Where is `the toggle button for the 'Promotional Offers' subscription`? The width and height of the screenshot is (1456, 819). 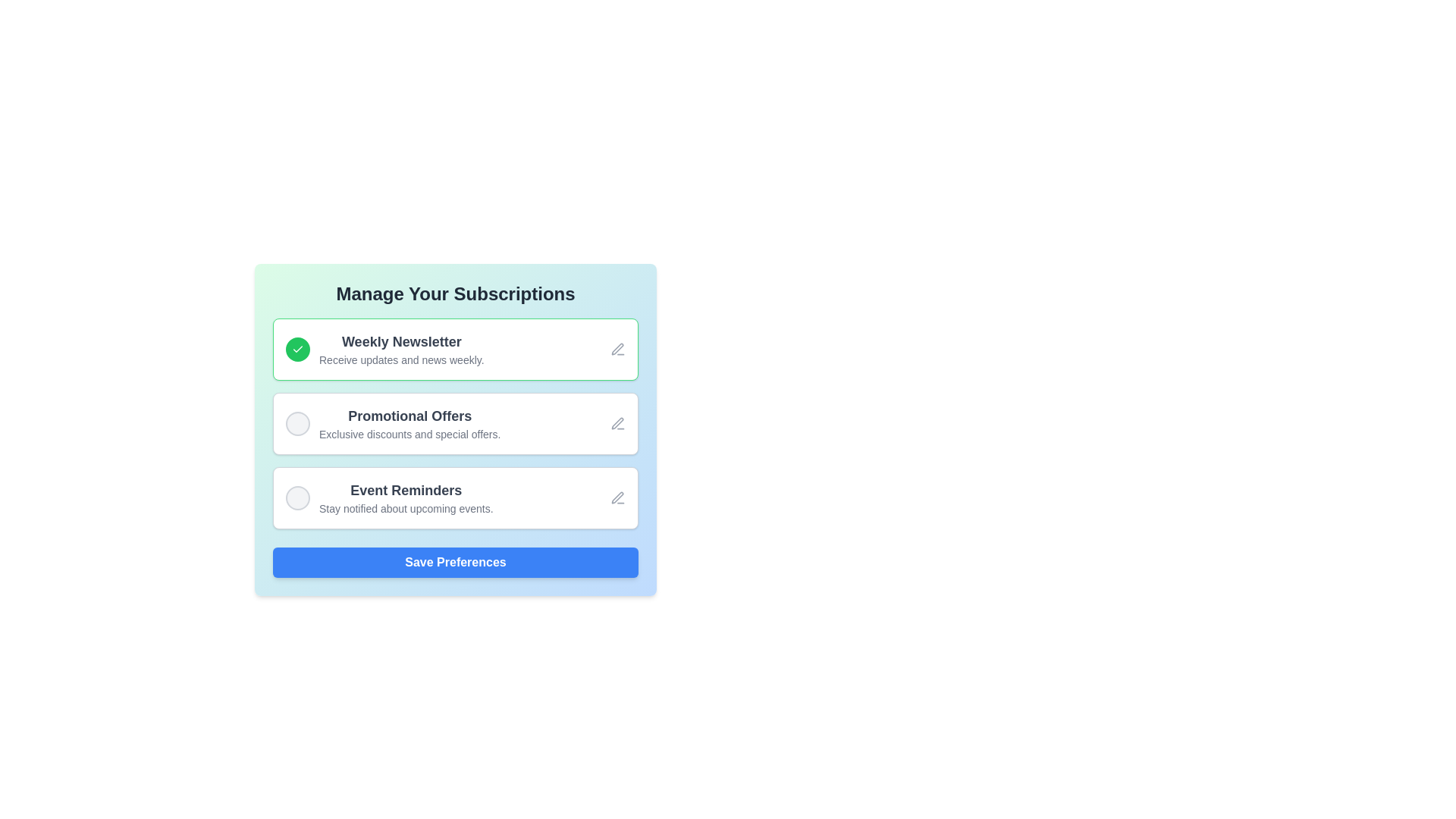 the toggle button for the 'Promotional Offers' subscription is located at coordinates (298, 424).